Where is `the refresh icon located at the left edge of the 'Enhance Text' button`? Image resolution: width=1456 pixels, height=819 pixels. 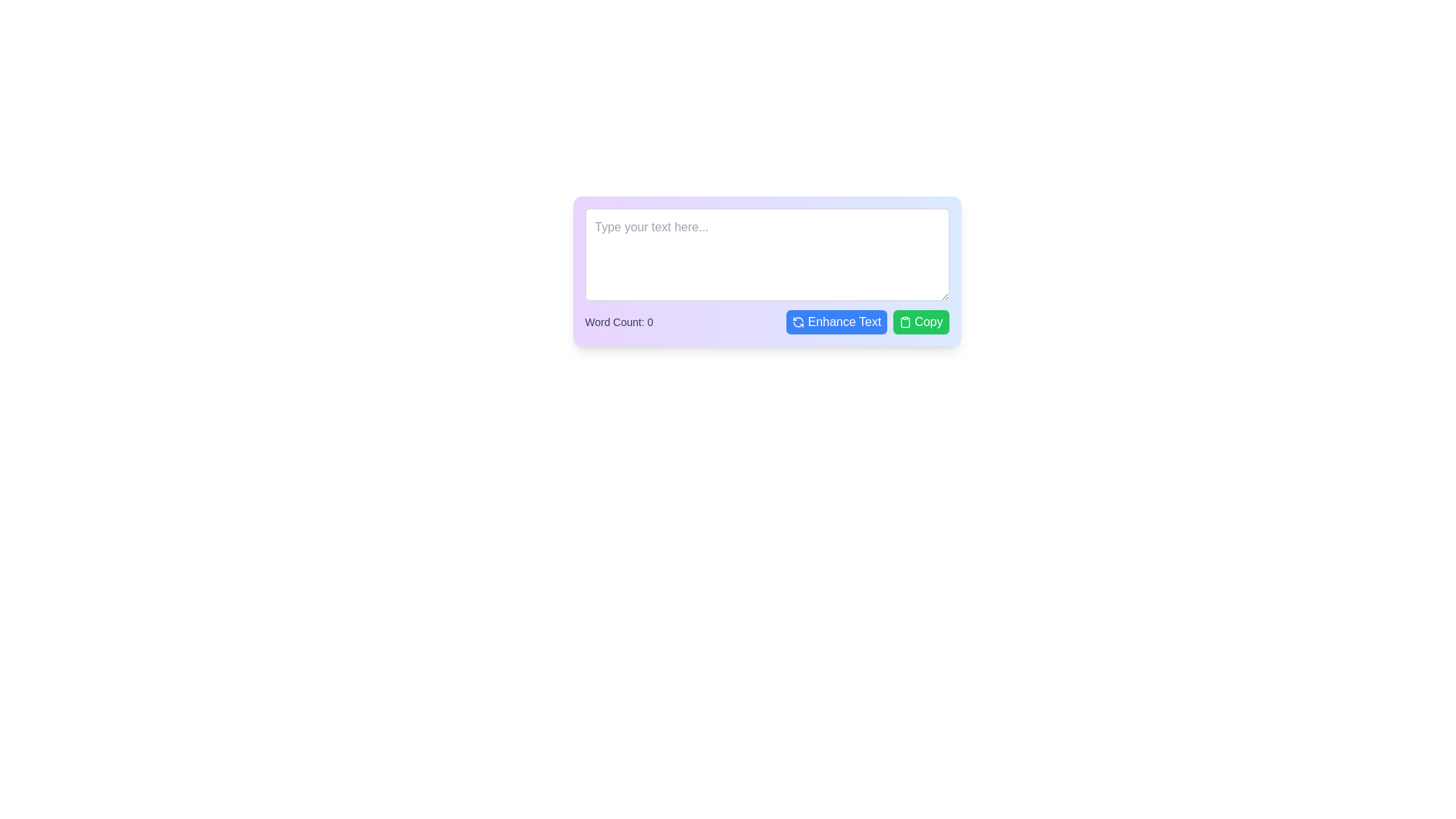 the refresh icon located at the left edge of the 'Enhance Text' button is located at coordinates (798, 321).